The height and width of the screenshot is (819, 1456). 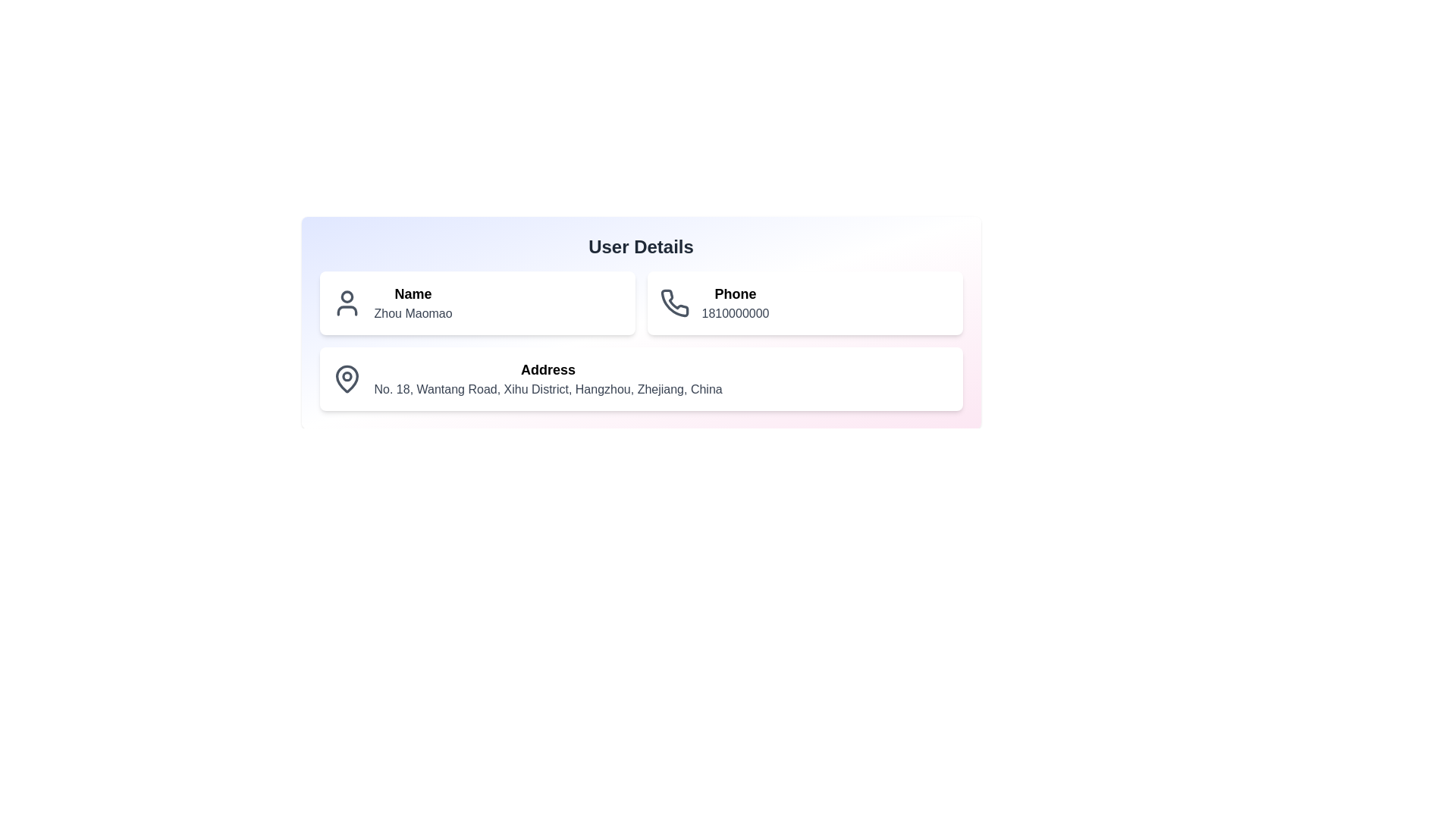 What do you see at coordinates (413, 312) in the screenshot?
I see `the text label displaying 'Zhou Maomao' which is located below the 'Name' label in the personal information section of the user details panel` at bounding box center [413, 312].